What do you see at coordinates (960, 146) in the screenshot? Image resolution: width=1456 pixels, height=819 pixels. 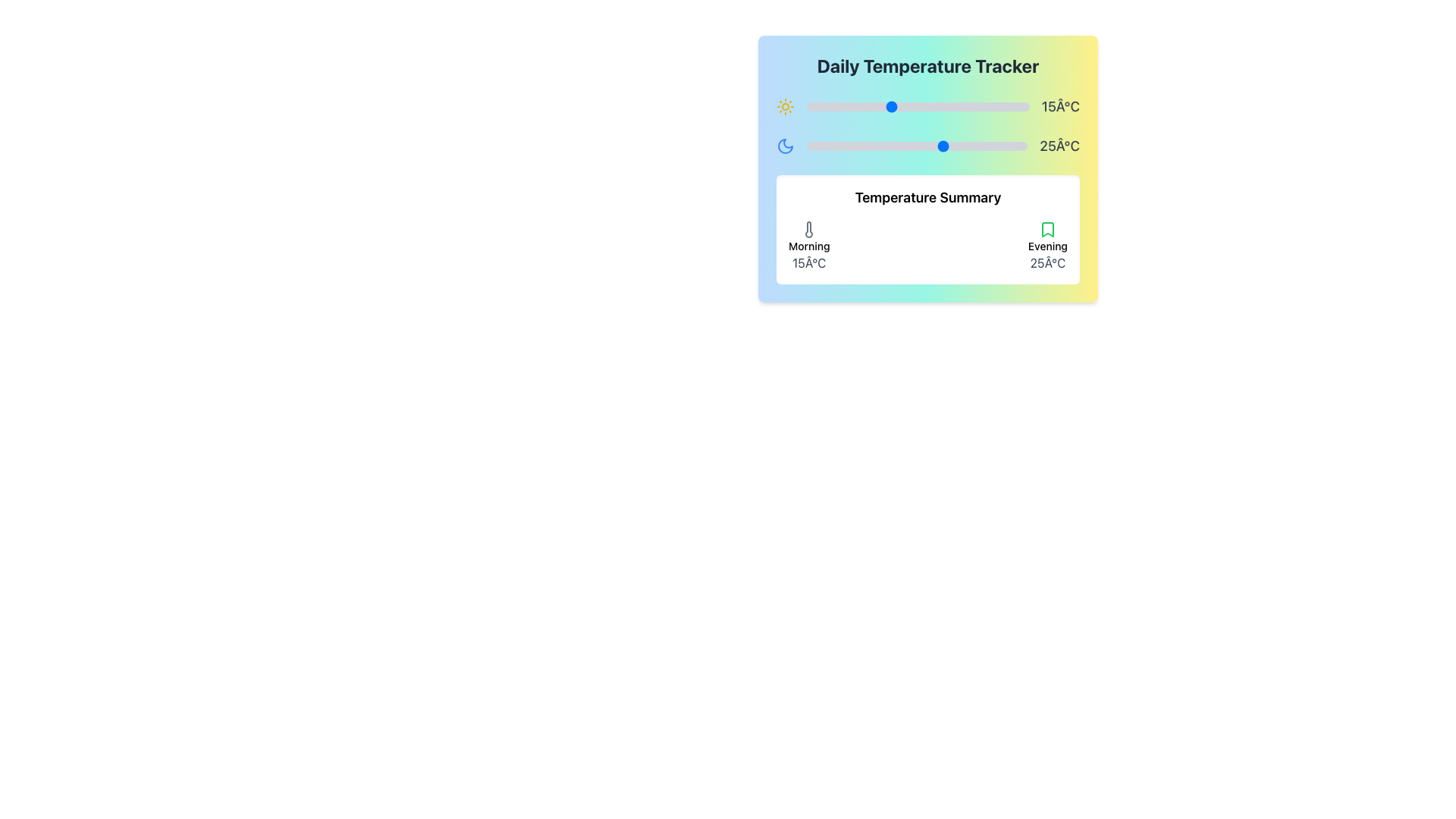 I see `the slider value` at bounding box center [960, 146].